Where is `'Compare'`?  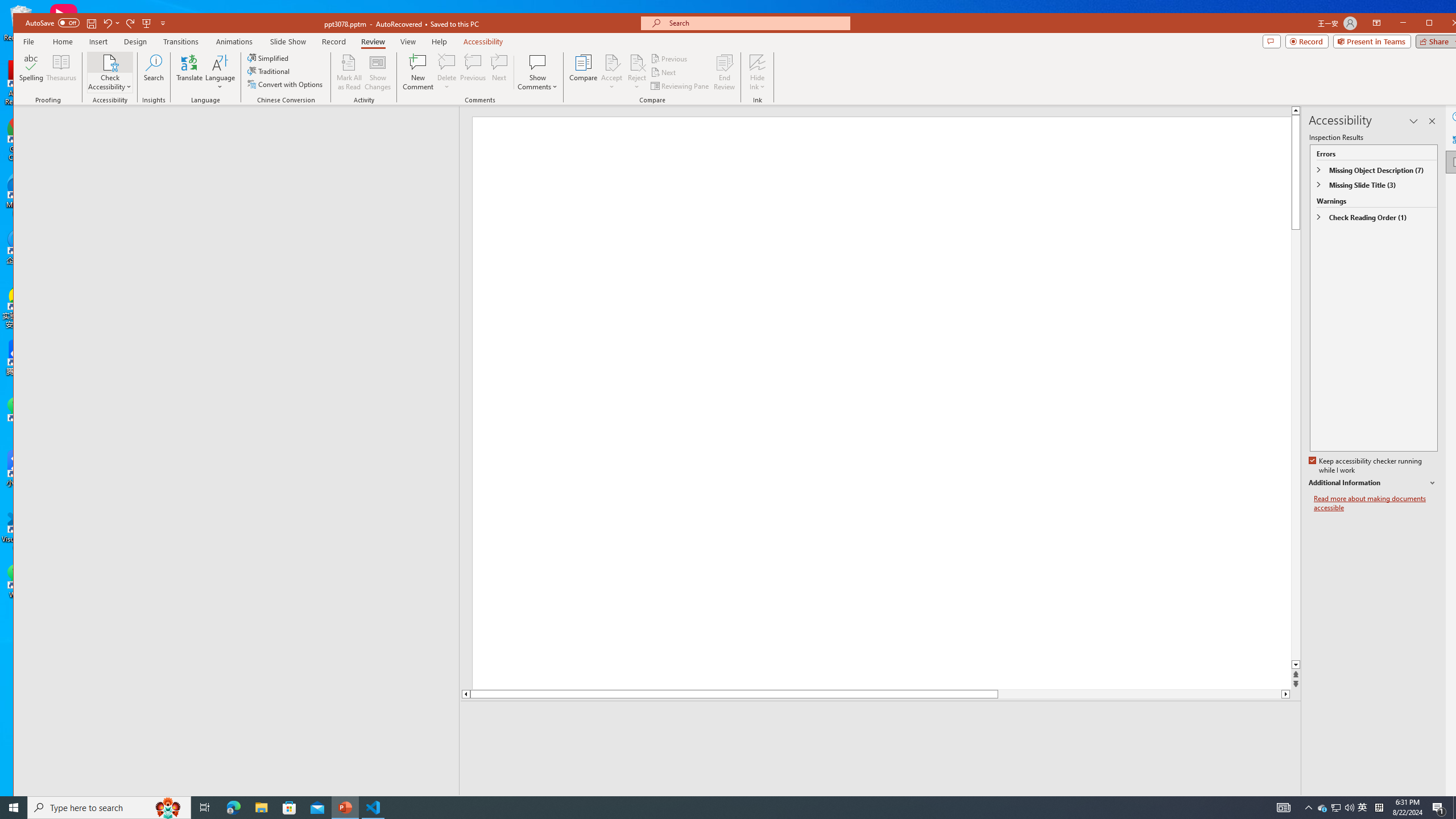
'Compare' is located at coordinates (582, 72).